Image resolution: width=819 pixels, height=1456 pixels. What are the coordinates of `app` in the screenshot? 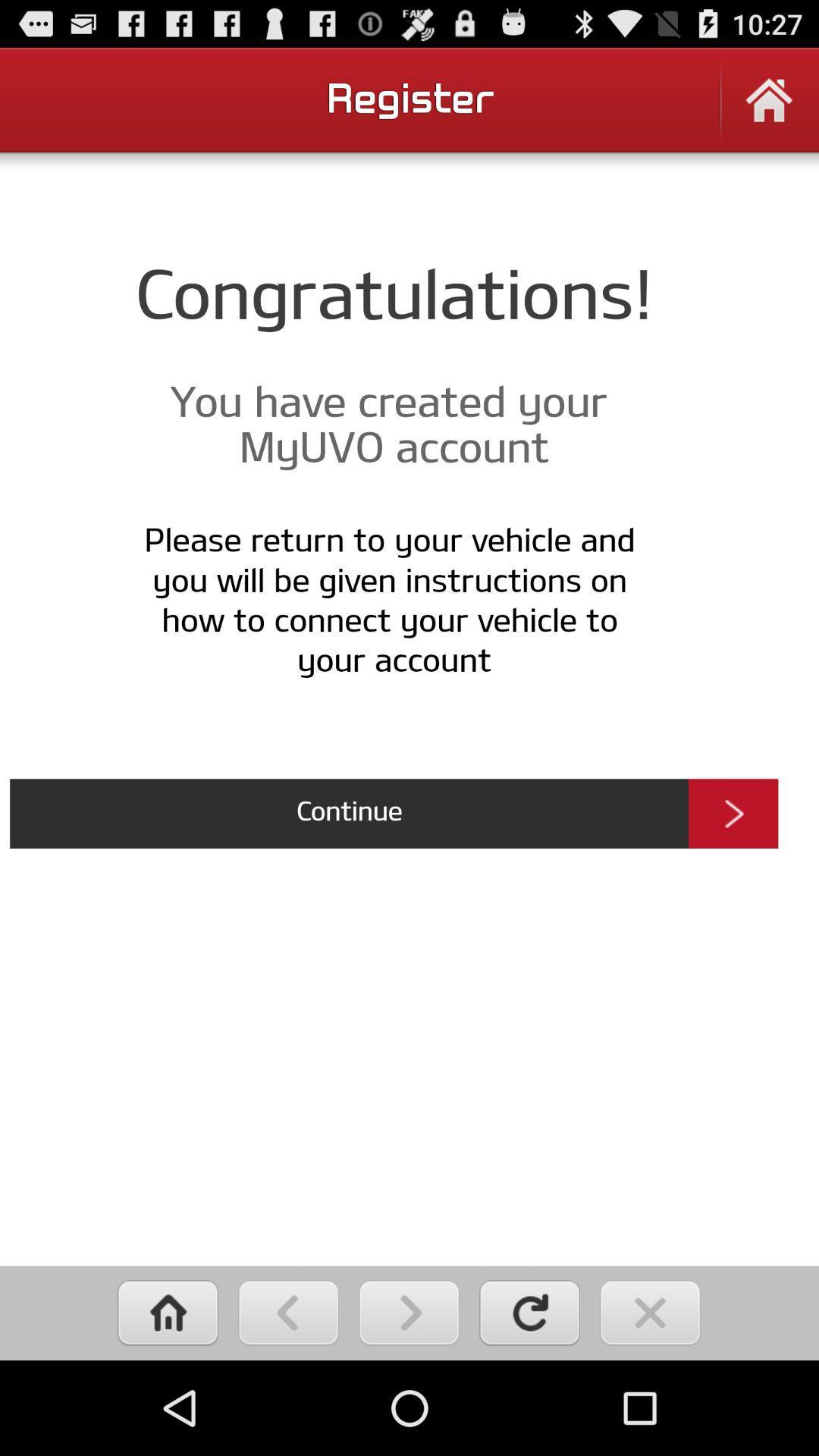 It's located at (649, 1312).